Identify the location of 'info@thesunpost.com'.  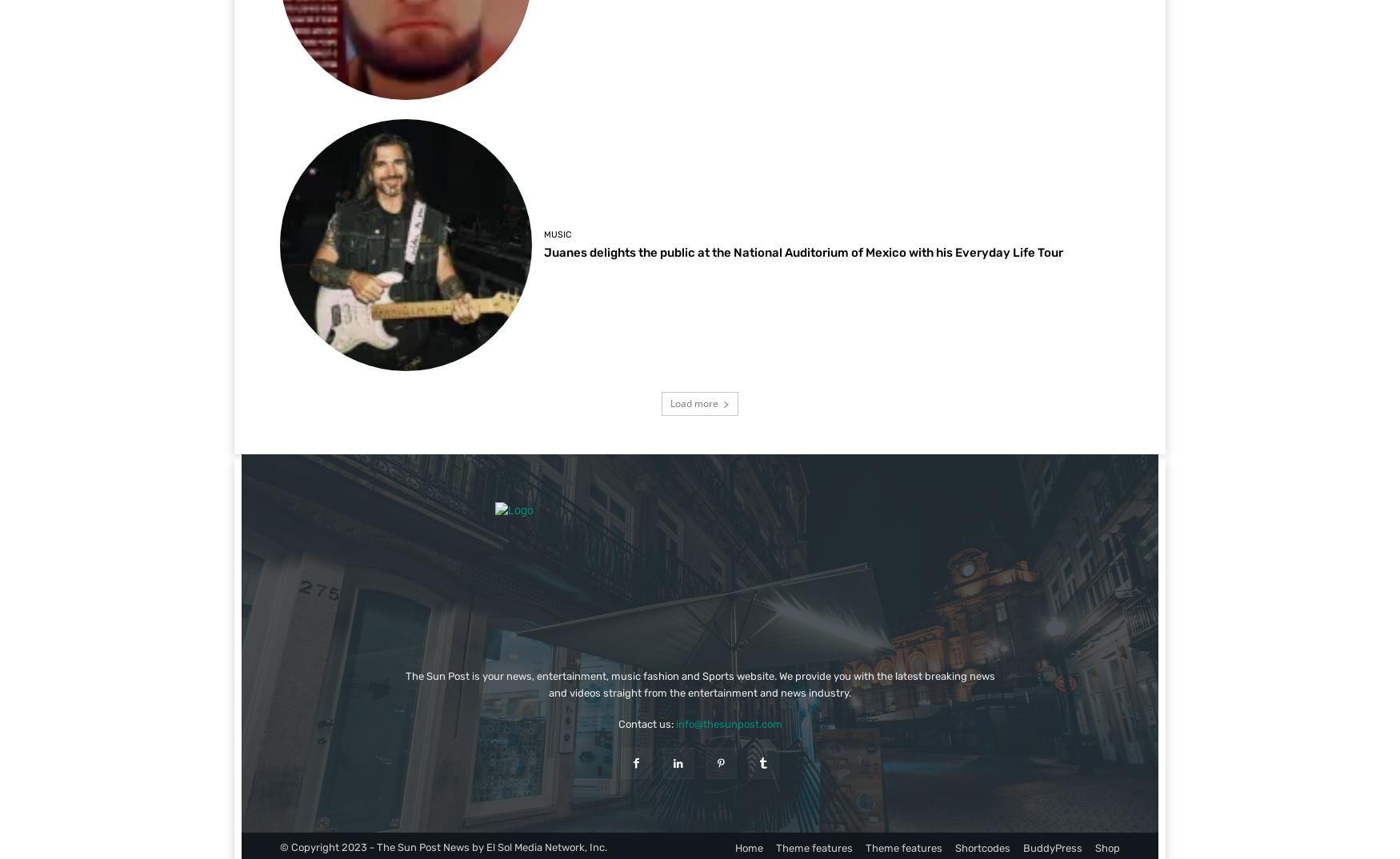
(675, 722).